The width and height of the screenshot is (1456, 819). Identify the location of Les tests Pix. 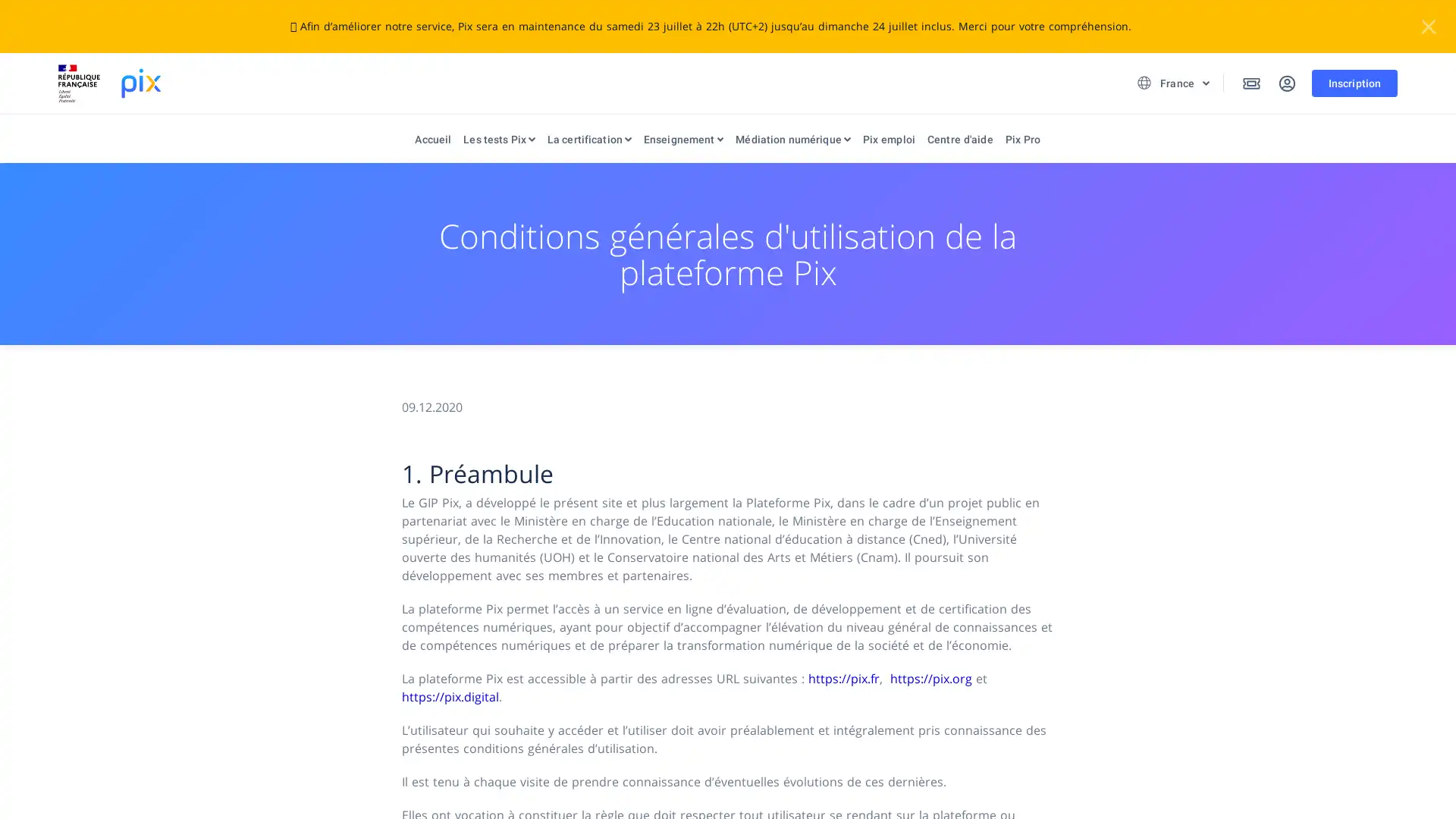
(498, 143).